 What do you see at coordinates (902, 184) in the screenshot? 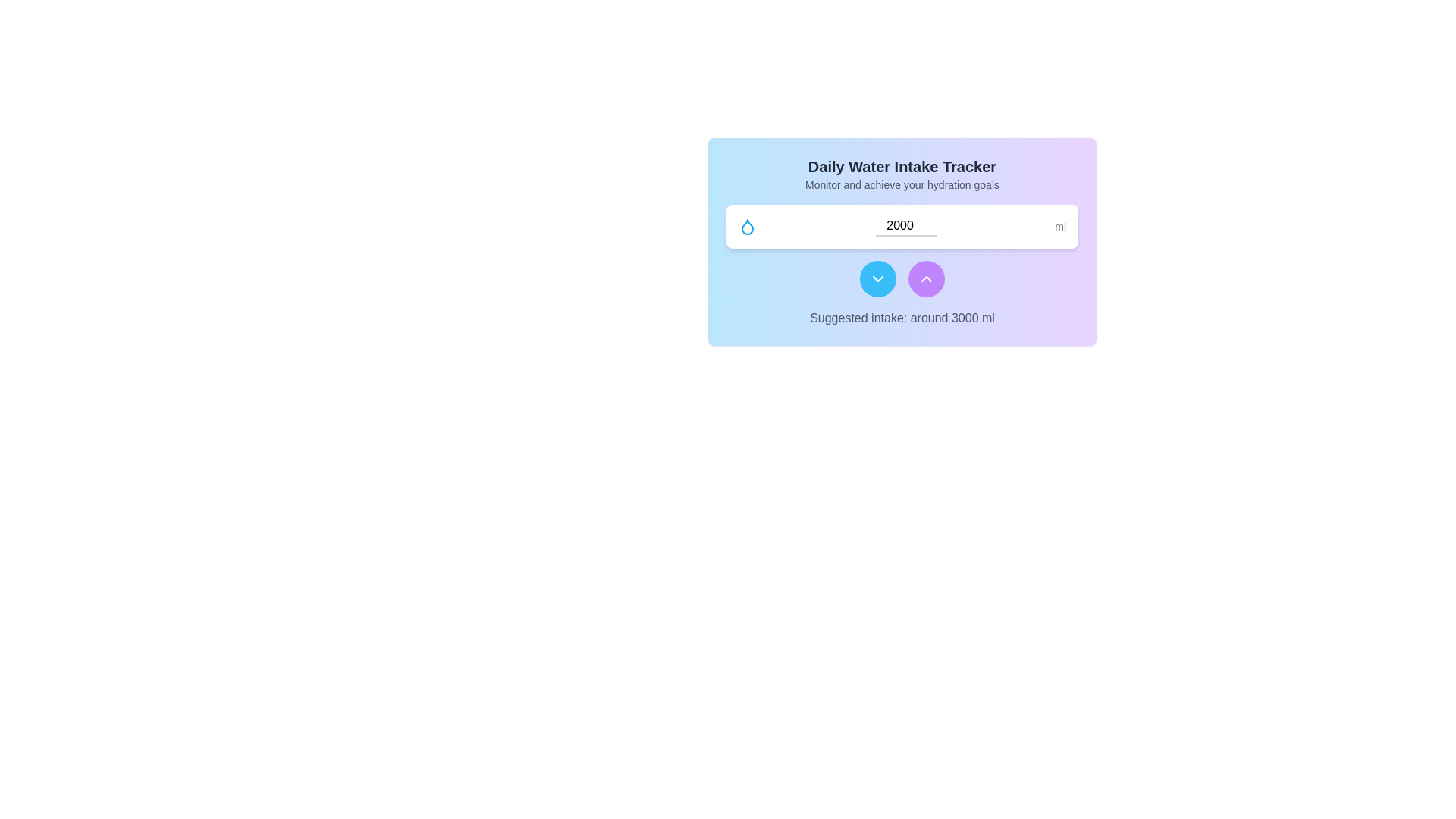
I see `the static text label that reads 'Monitor and achieve your hydration goals', which is centrally aligned beneath the heading 'Daily Water Intake Tracker'` at bounding box center [902, 184].